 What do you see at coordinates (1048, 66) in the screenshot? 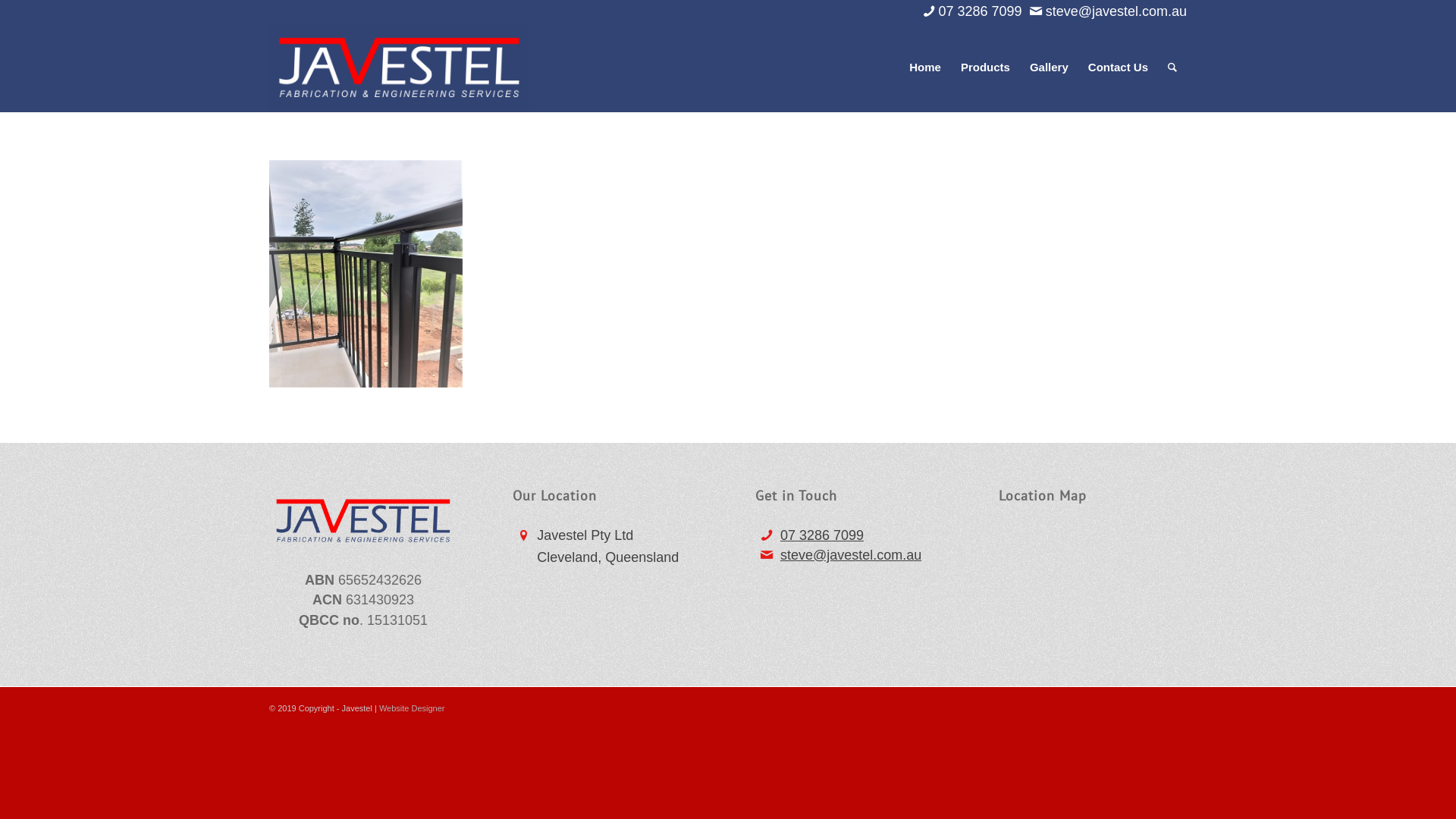
I see `'Gallery'` at bounding box center [1048, 66].